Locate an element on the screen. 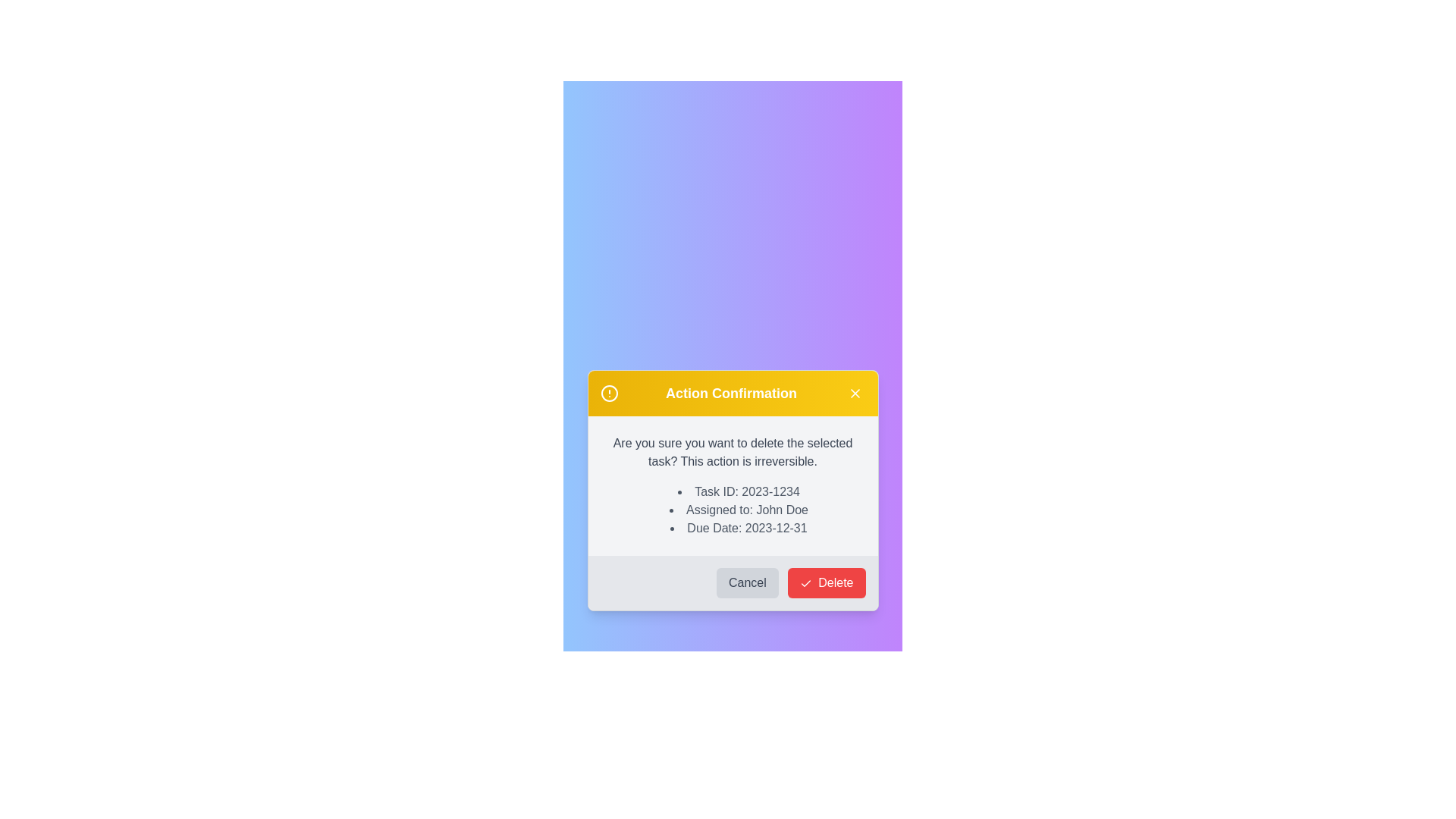 The height and width of the screenshot is (819, 1456). the yellow circular element that is part of the alert icon in the 'Action Confirmation' dialog box is located at coordinates (609, 393).